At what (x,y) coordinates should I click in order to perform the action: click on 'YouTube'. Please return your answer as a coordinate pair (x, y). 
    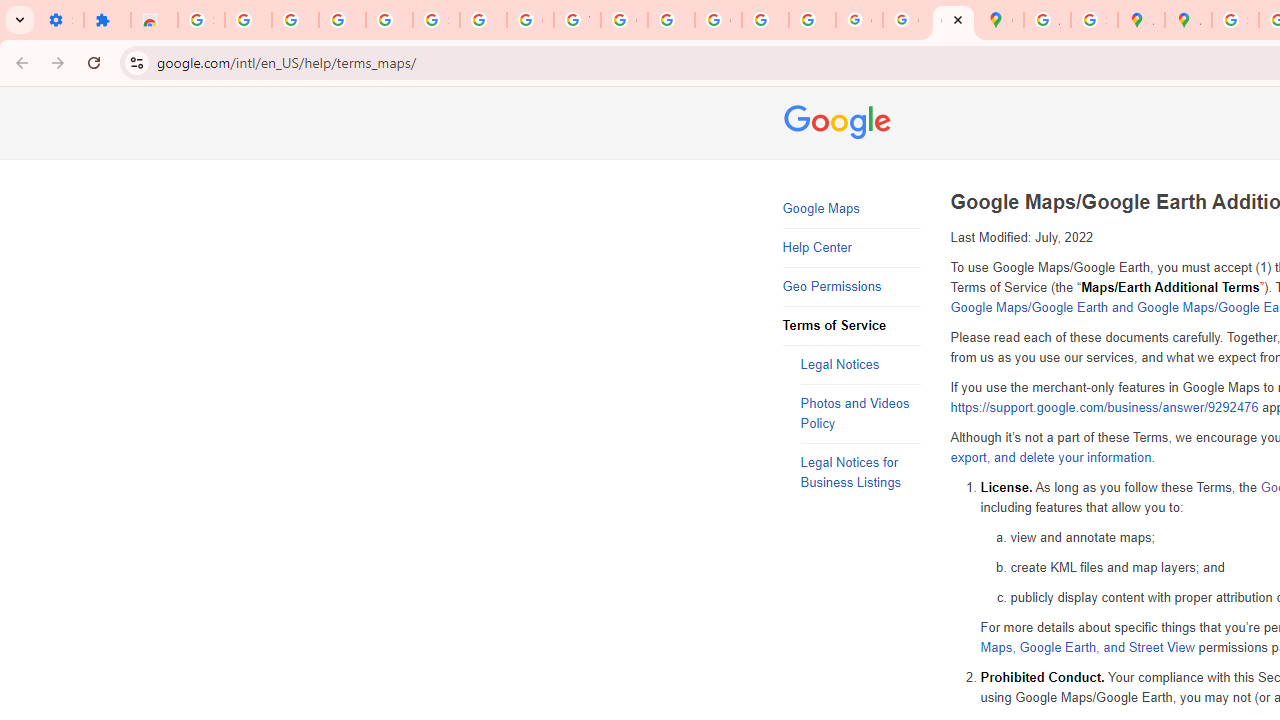
    Looking at the image, I should click on (576, 20).